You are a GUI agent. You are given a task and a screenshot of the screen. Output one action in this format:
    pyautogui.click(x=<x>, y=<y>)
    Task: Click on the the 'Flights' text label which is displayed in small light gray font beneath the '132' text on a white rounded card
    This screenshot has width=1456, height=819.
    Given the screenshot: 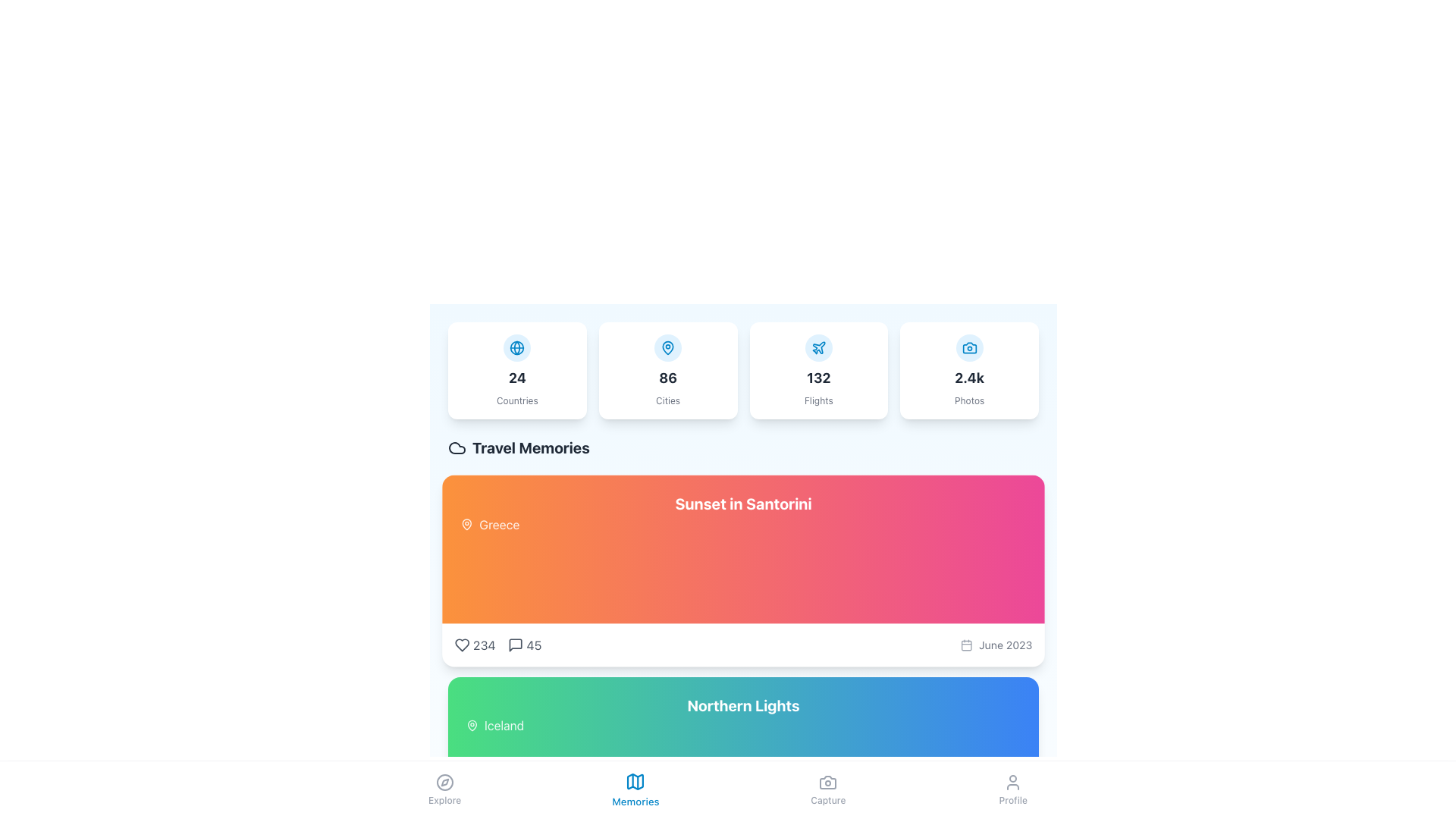 What is the action you would take?
    pyautogui.click(x=817, y=400)
    